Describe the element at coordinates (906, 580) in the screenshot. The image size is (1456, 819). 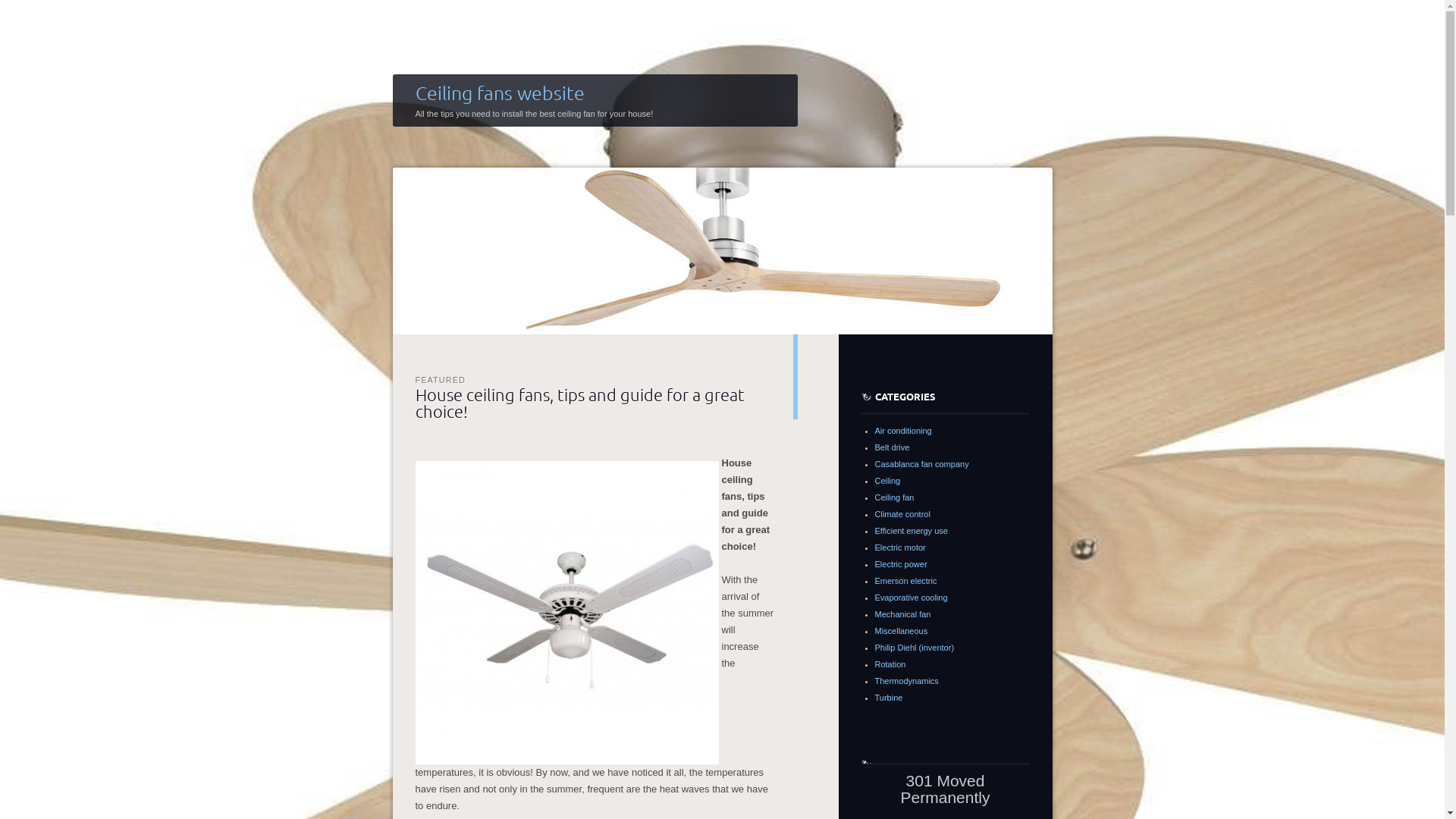
I see `'Emerson electric'` at that location.